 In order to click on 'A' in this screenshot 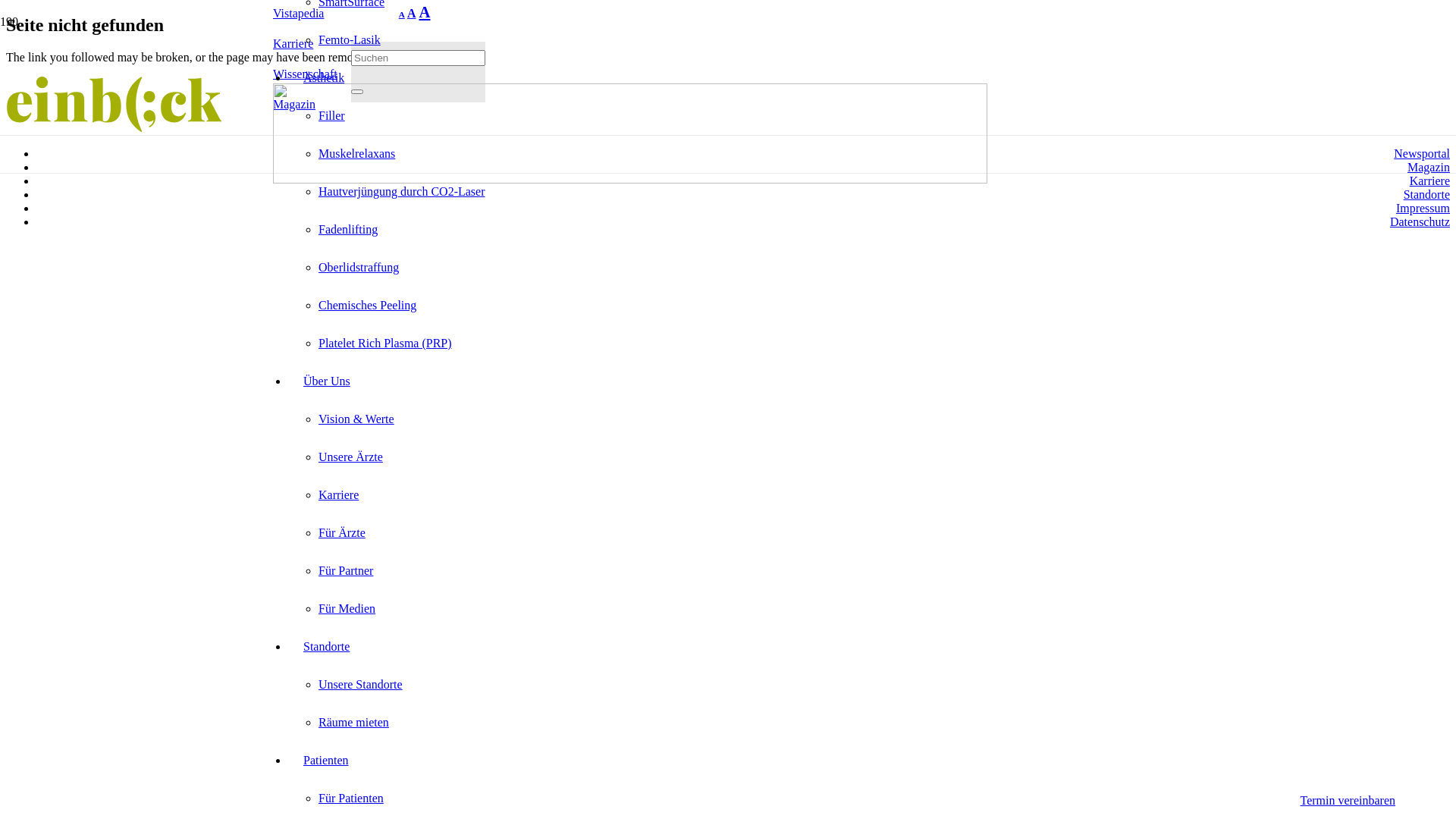, I will do `click(424, 11)`.